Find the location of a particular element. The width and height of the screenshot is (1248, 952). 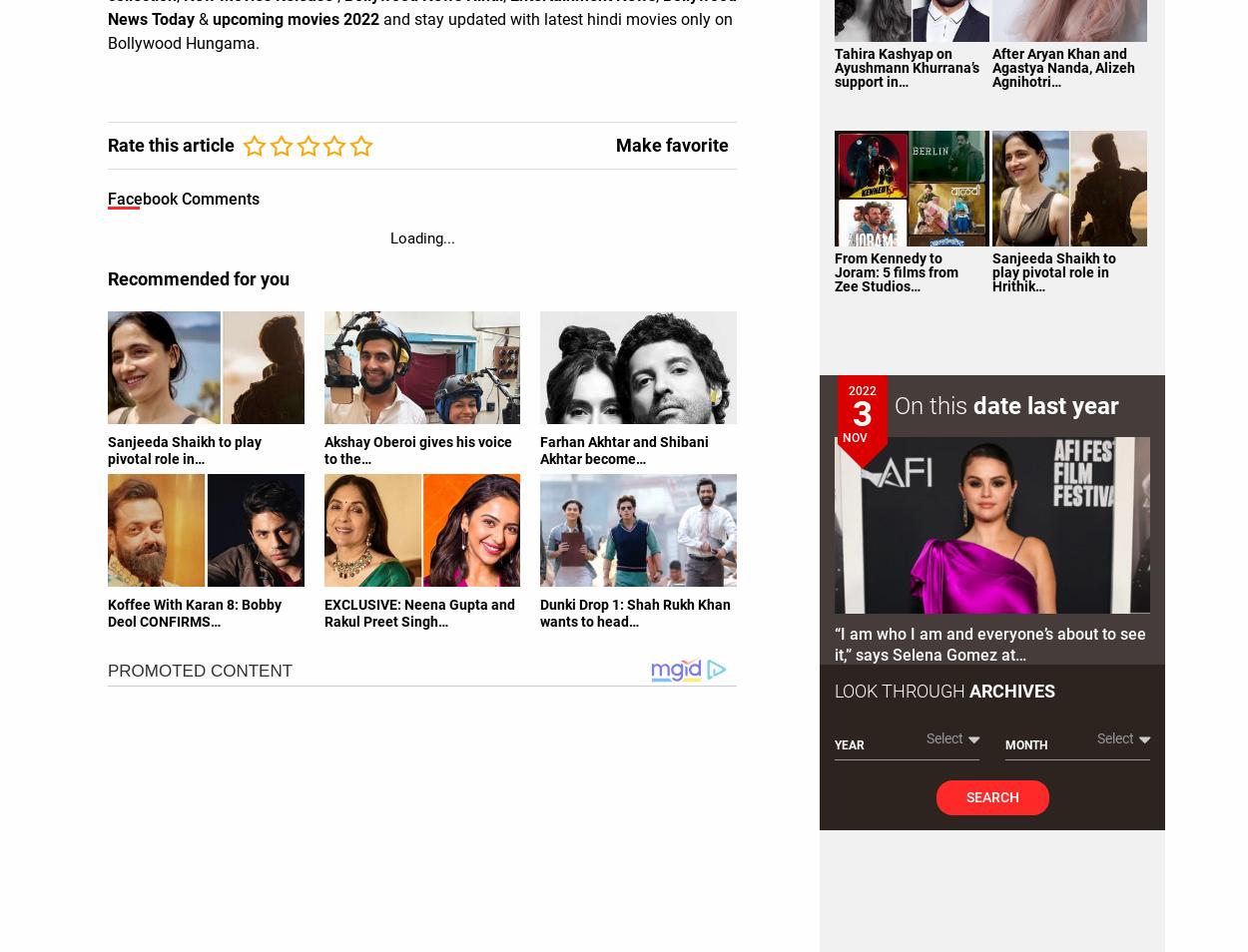

'Rate this article' is located at coordinates (171, 144).